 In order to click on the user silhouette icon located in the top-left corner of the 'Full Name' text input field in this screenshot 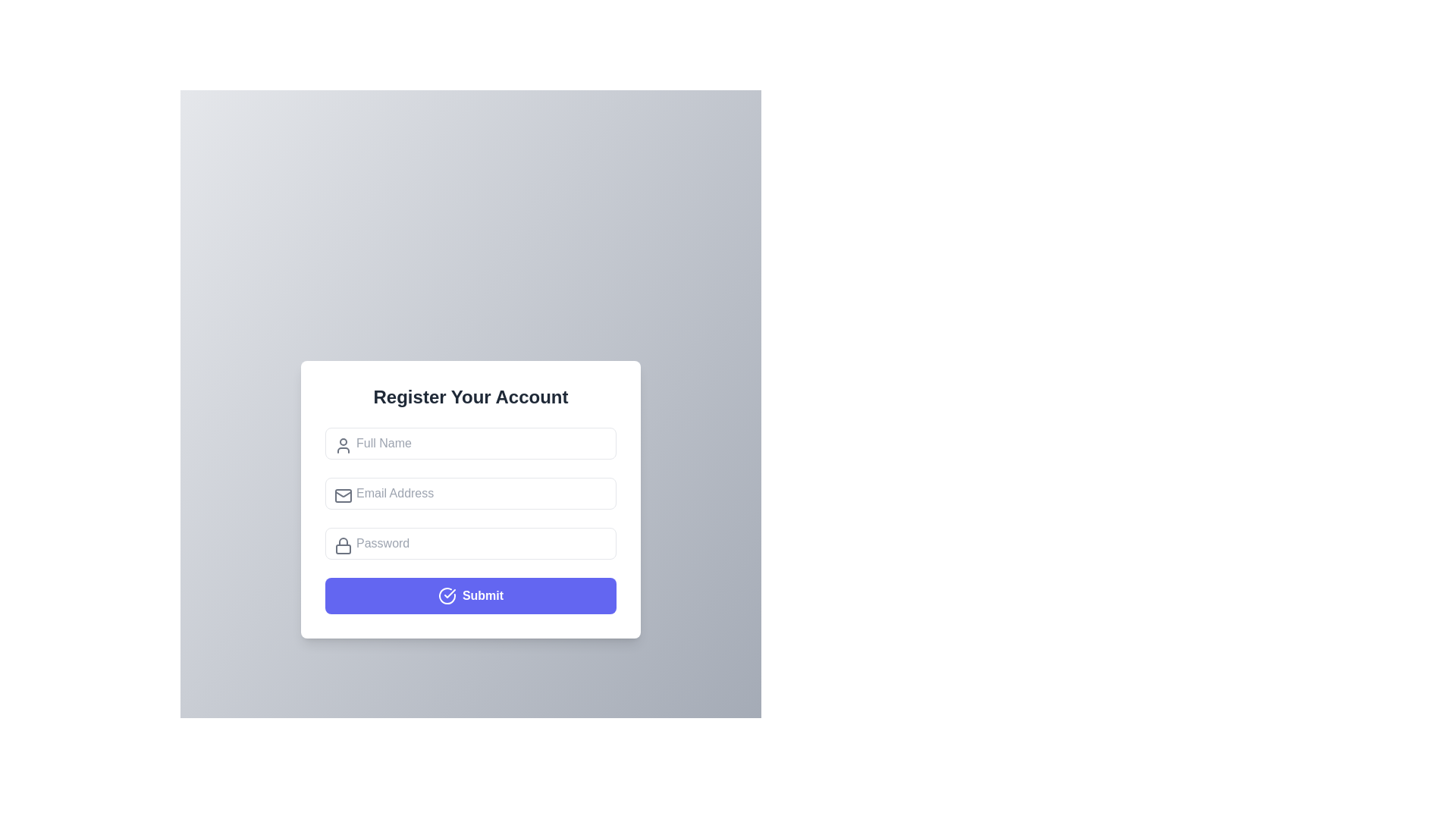, I will do `click(342, 444)`.